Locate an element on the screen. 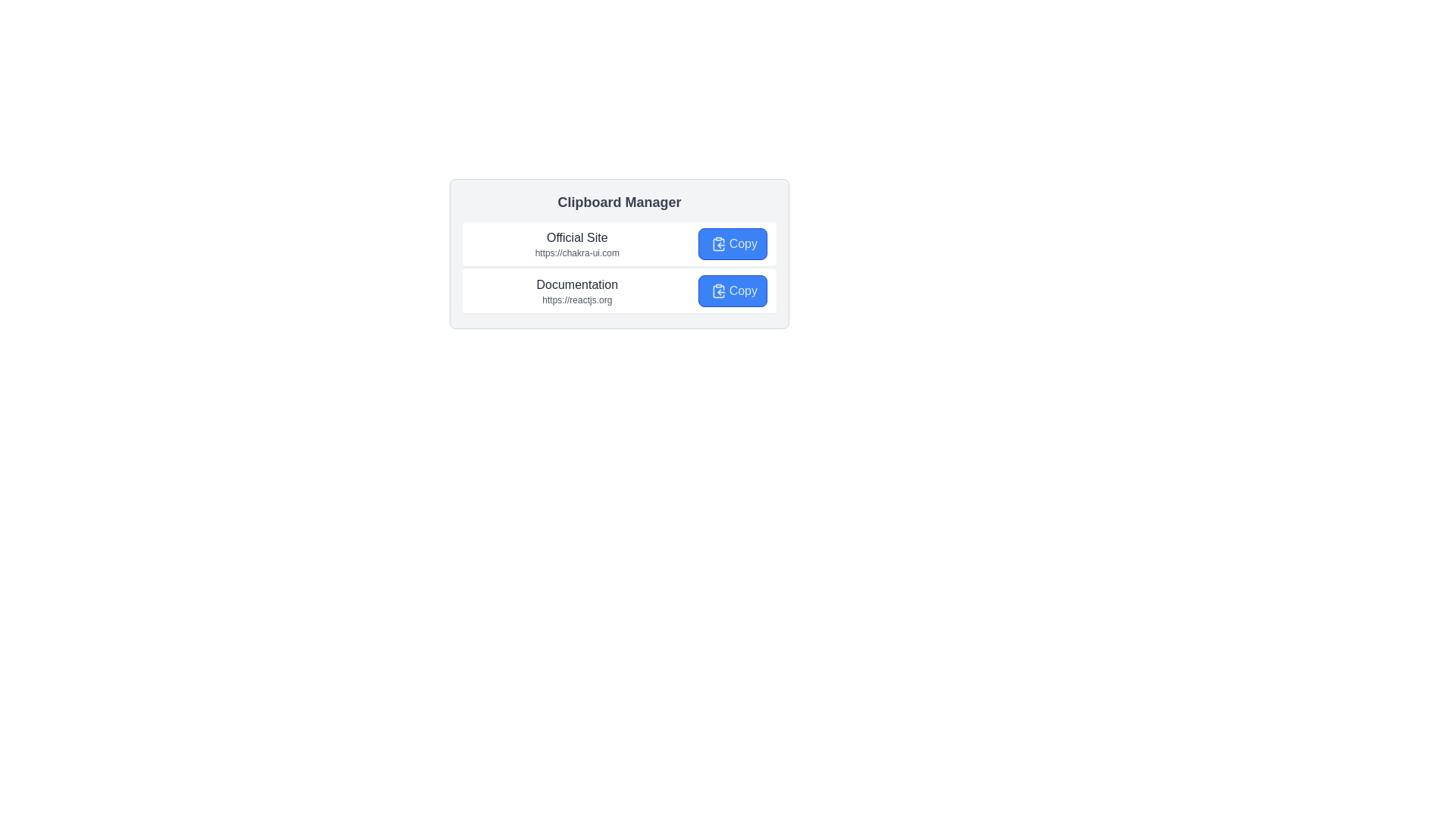 This screenshot has width=1456, height=819. text content of the second card in the vertical list, which contains information about documentation and a 'Copy' button is located at coordinates (619, 291).